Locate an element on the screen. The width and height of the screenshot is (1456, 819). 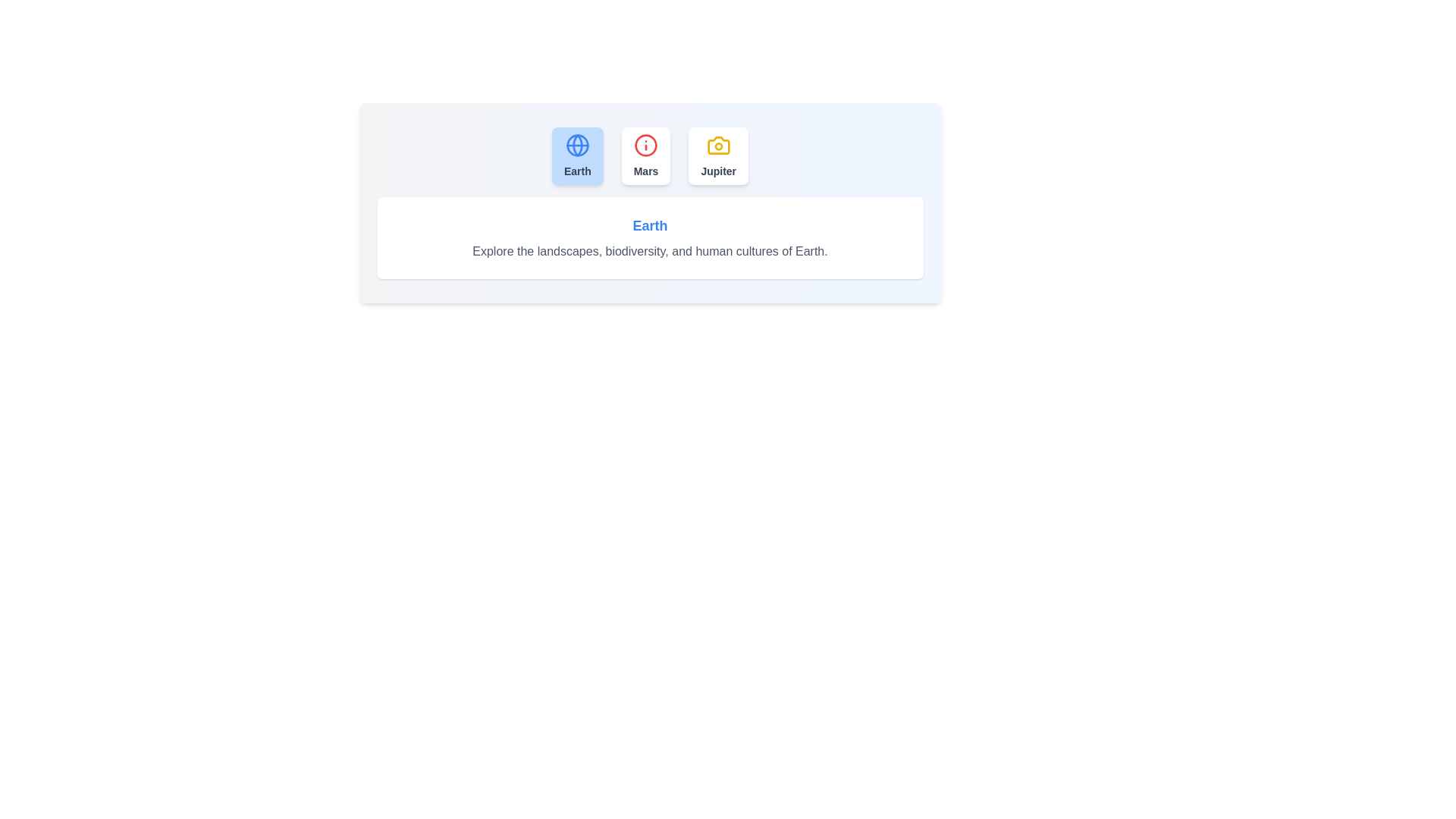
the button for the planet Earth is located at coordinates (576, 155).